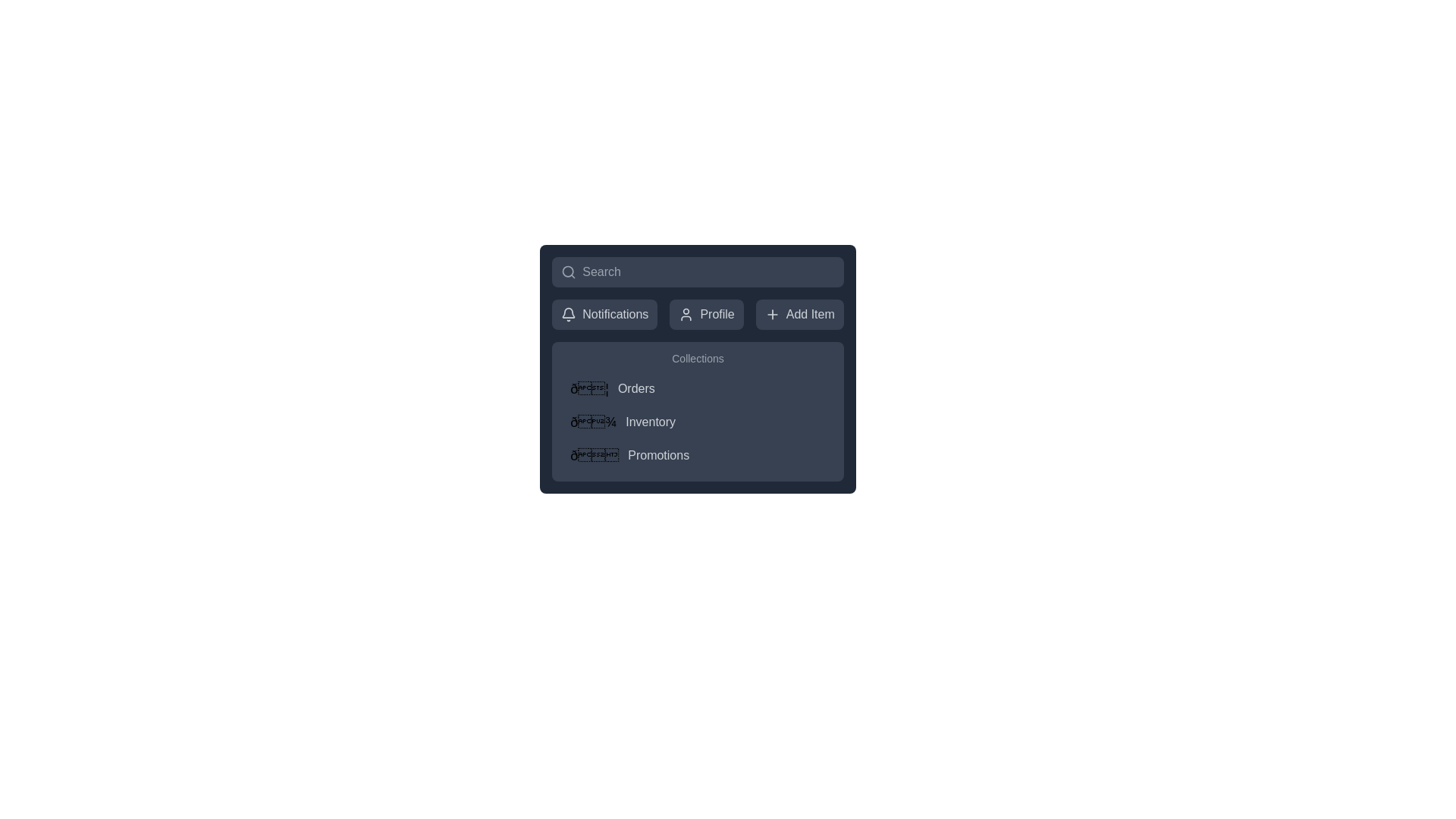 The image size is (1456, 819). Describe the element at coordinates (568, 312) in the screenshot. I see `the decorative bell icon representing notifications, located in the top-left corner of the interface within the navigation menu` at that location.